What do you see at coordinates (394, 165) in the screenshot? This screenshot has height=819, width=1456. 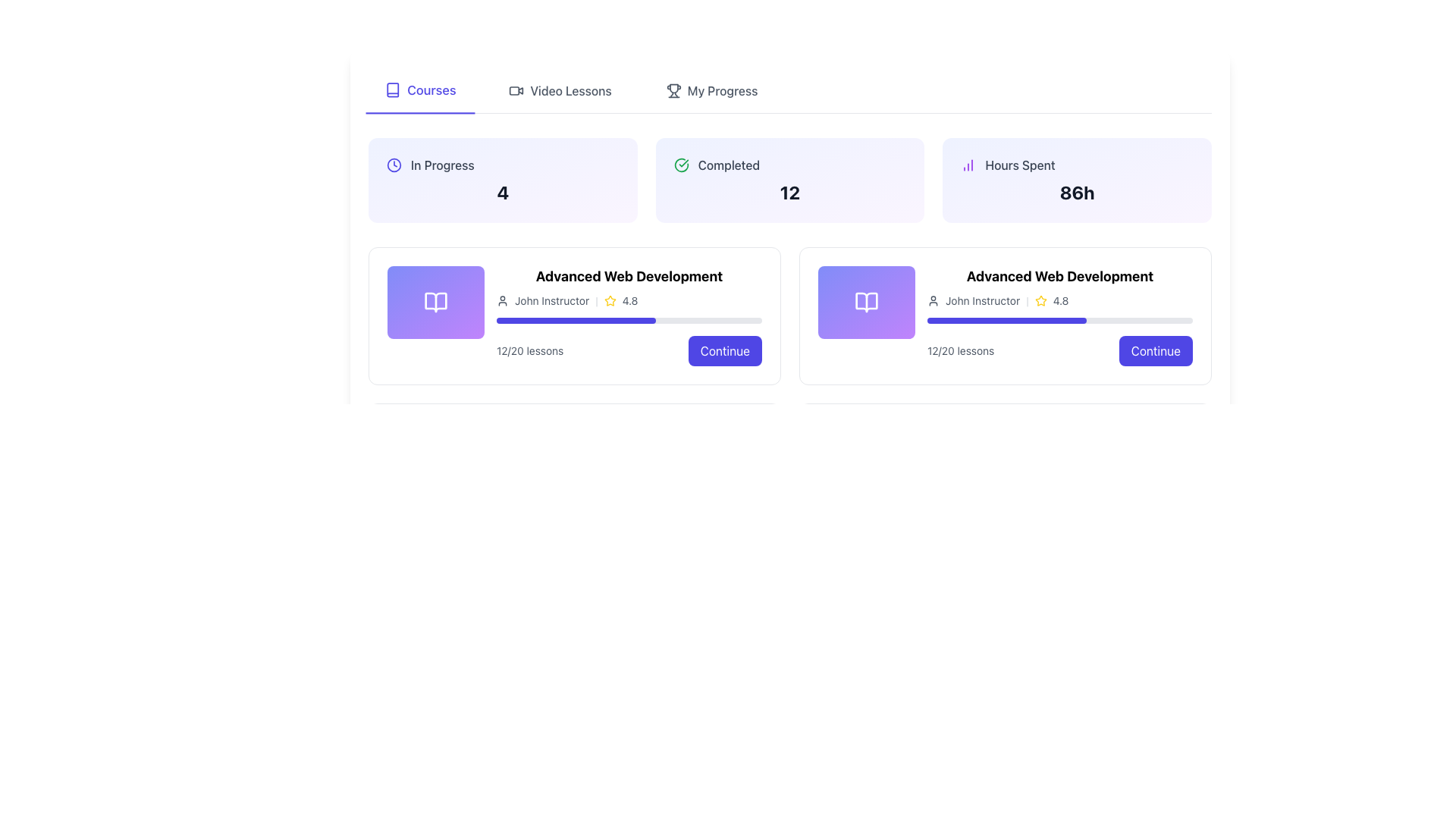 I see `the status icon indicating 'In Progress', which is located to the left of the text label 'In Progress'` at bounding box center [394, 165].